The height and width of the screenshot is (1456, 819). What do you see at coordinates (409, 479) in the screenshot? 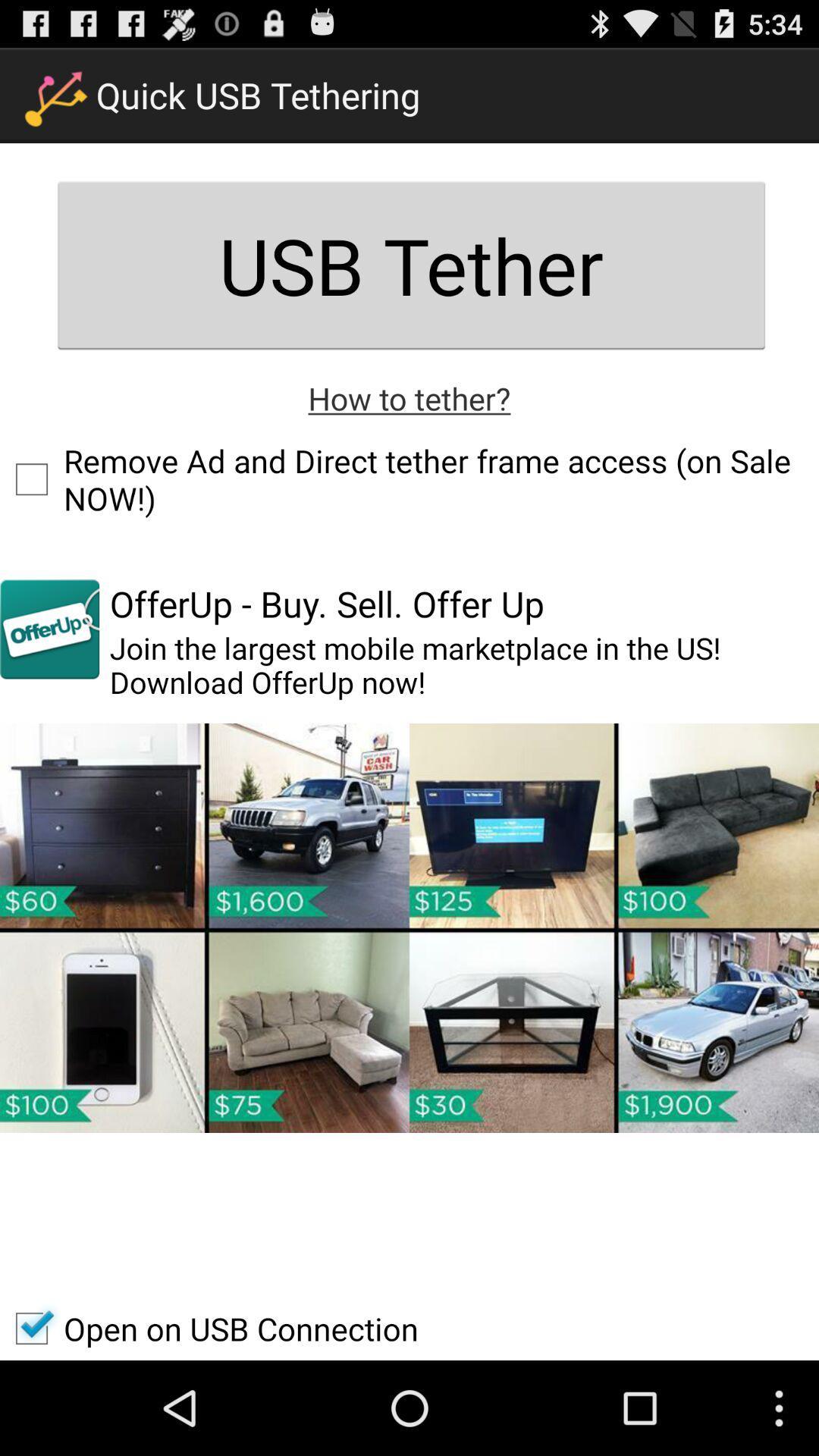
I see `the app below how to tether? icon` at bounding box center [409, 479].